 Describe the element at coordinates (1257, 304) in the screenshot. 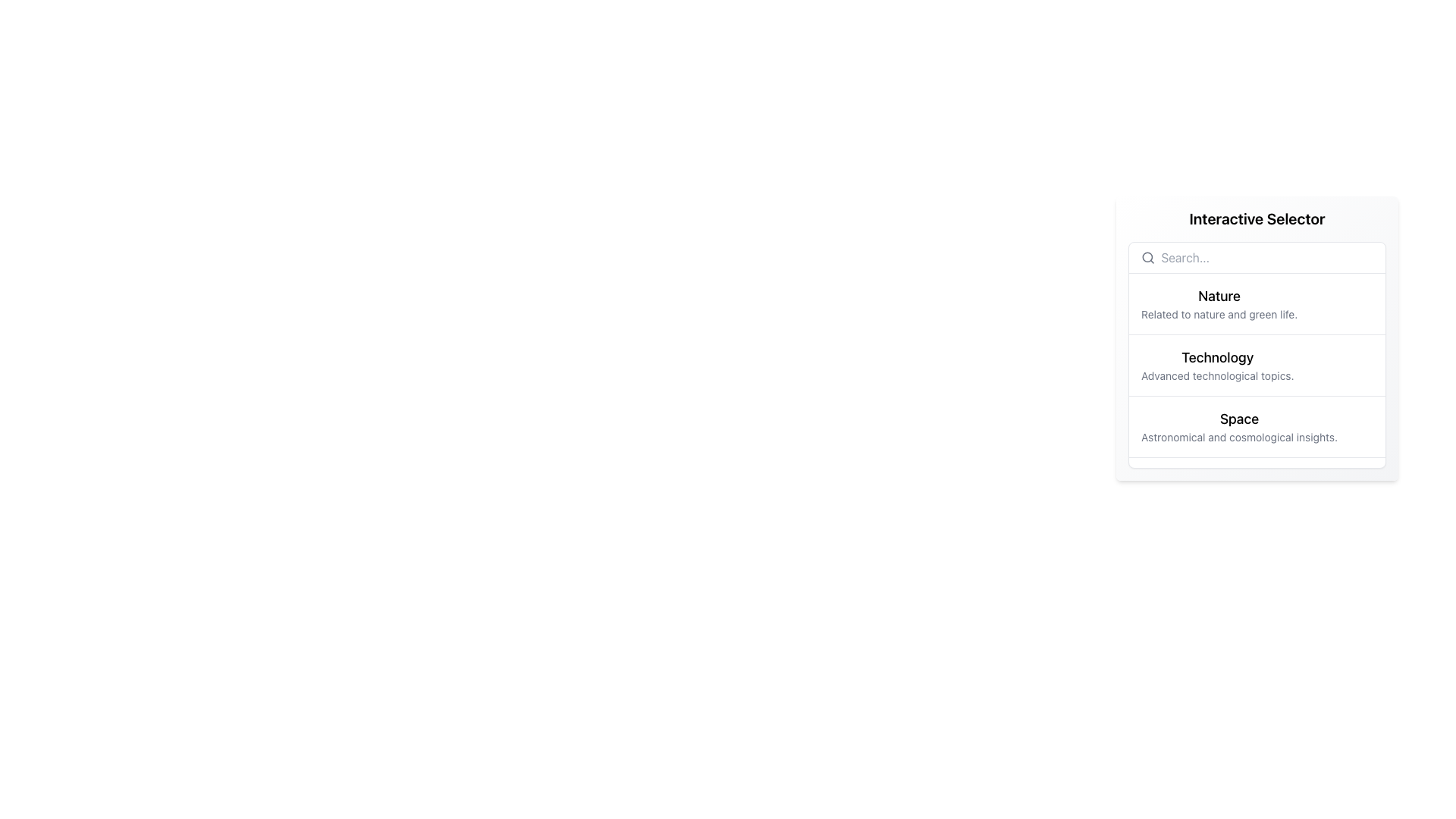

I see `the first selectable option labeled 'Nature' in the vertically arranged list under the heading 'Interactive Selector' to trigger a visual response` at that location.